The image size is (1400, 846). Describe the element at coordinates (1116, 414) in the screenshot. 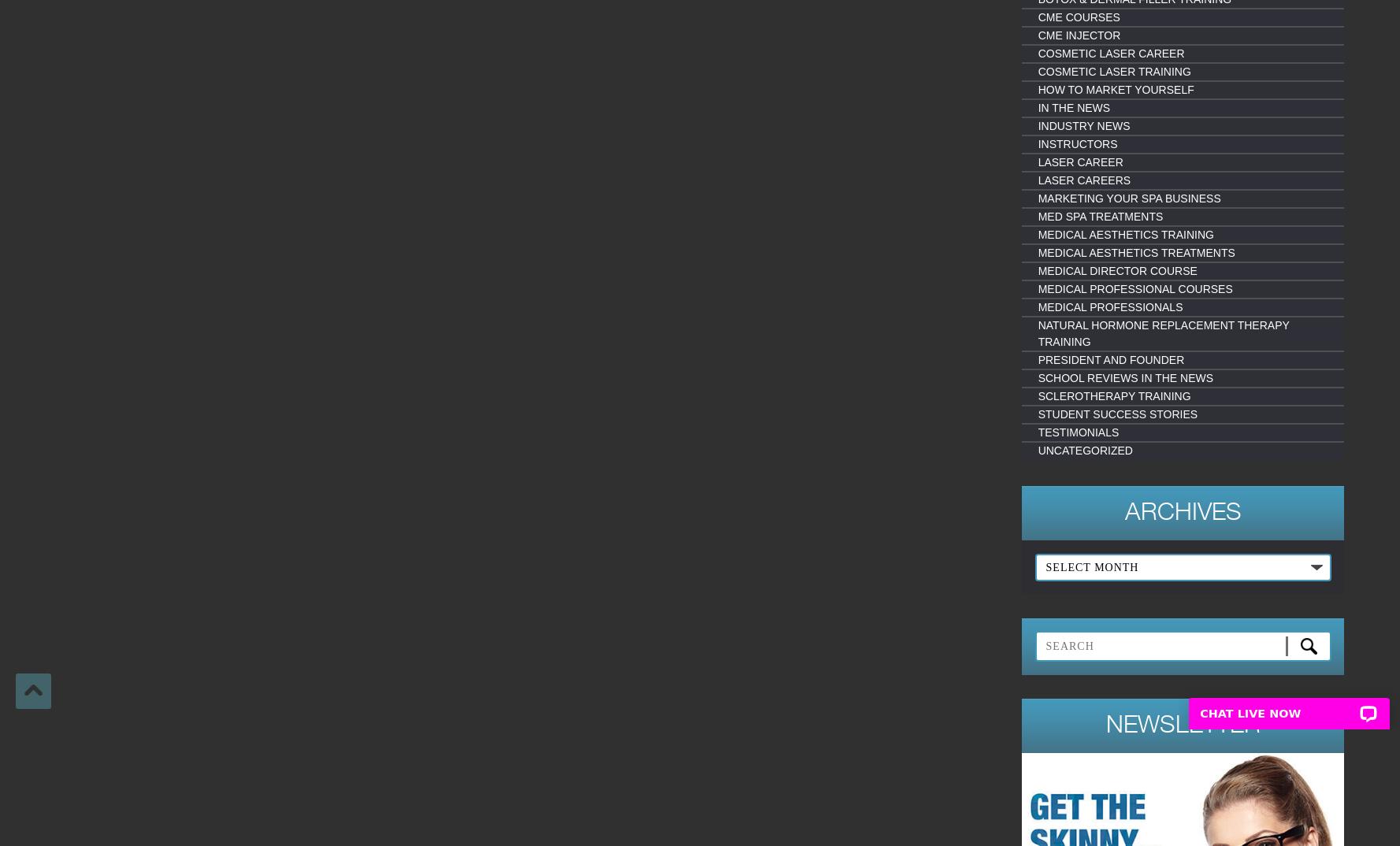

I see `'Student Success Stories'` at that location.